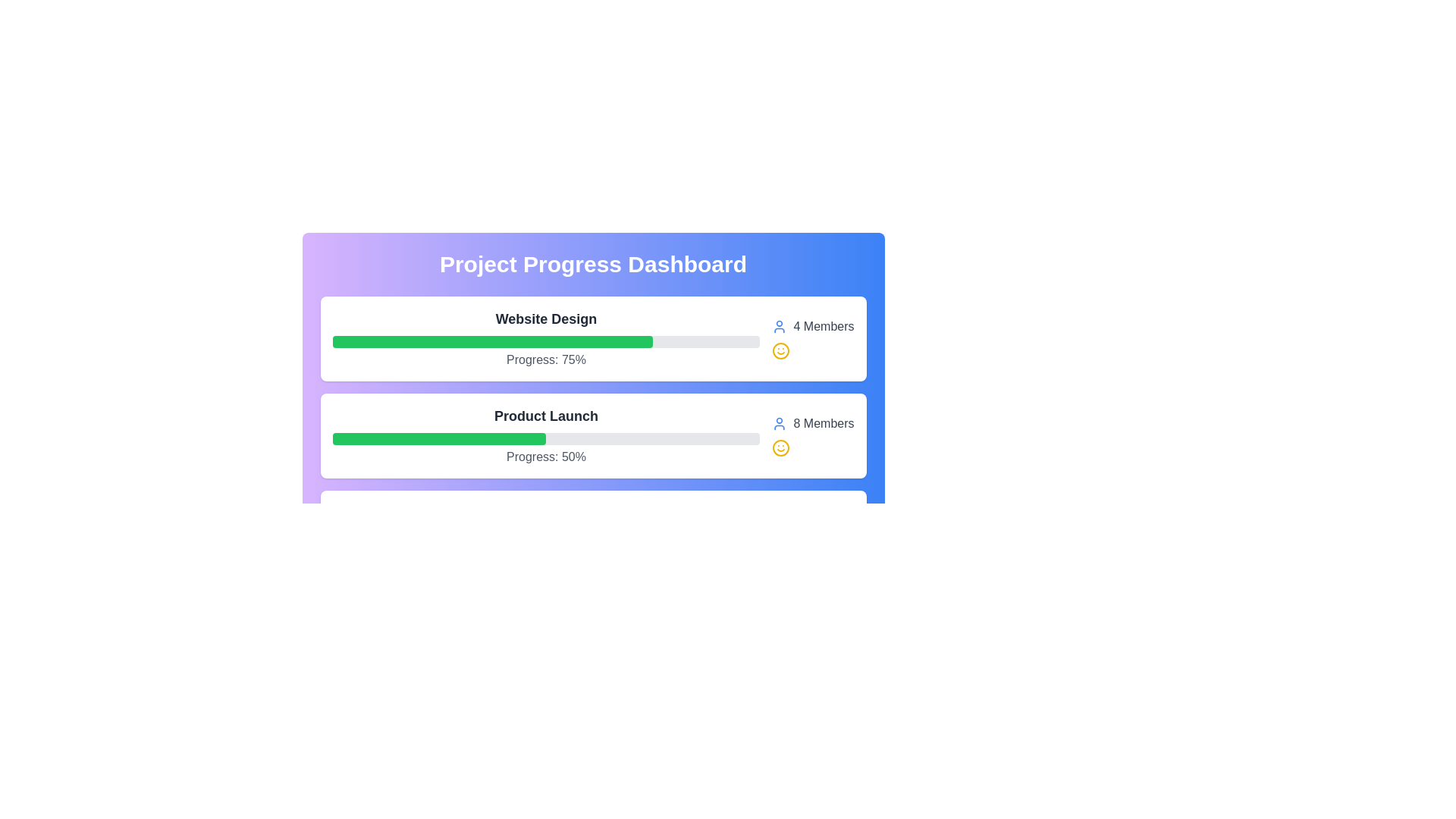 The height and width of the screenshot is (819, 1456). What do you see at coordinates (546, 456) in the screenshot?
I see `the text label indicating the percentage of completion for the task within the 'Product Launch' card` at bounding box center [546, 456].